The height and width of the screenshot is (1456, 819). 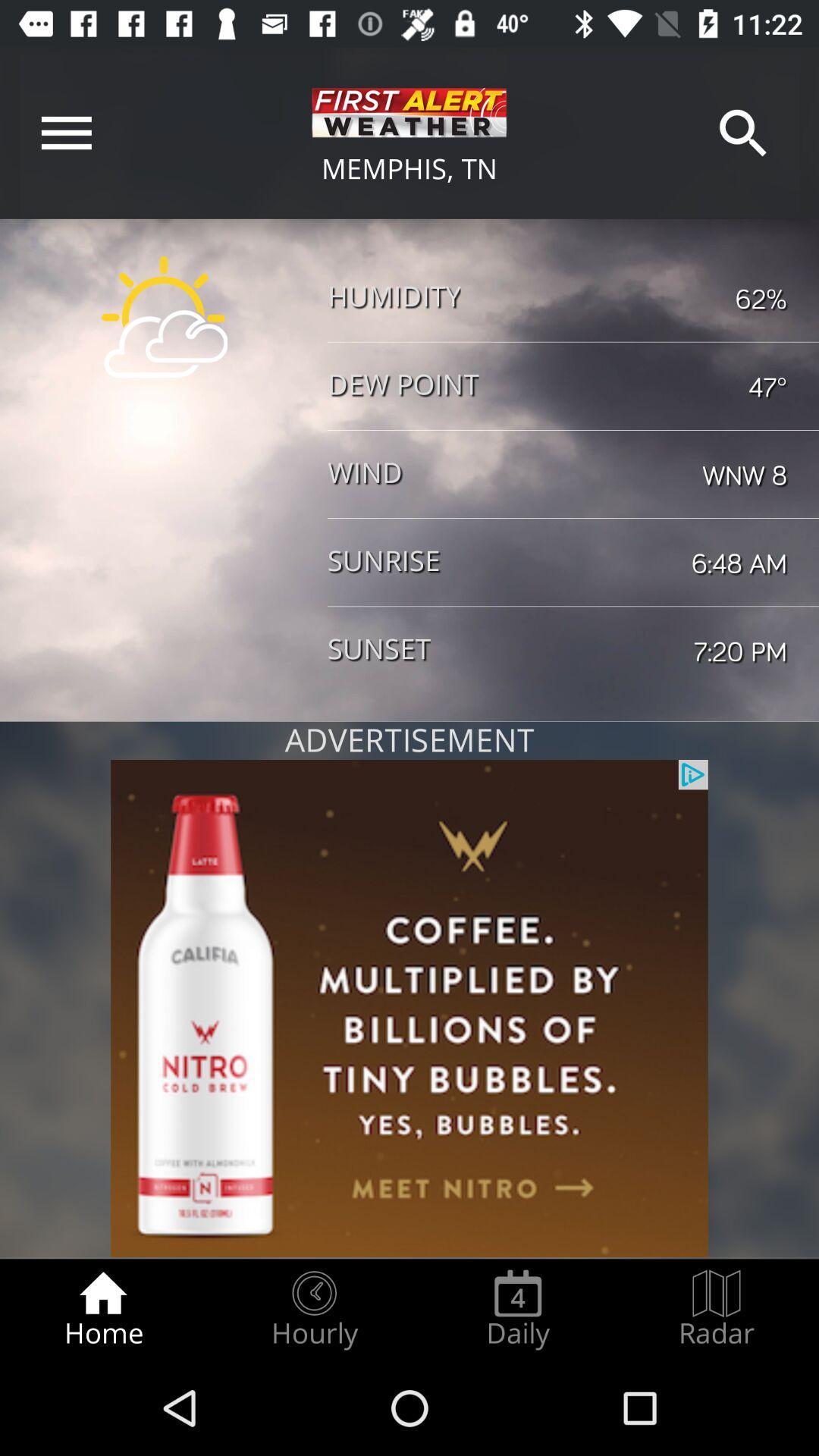 I want to click on the radar radio button, so click(x=717, y=1309).